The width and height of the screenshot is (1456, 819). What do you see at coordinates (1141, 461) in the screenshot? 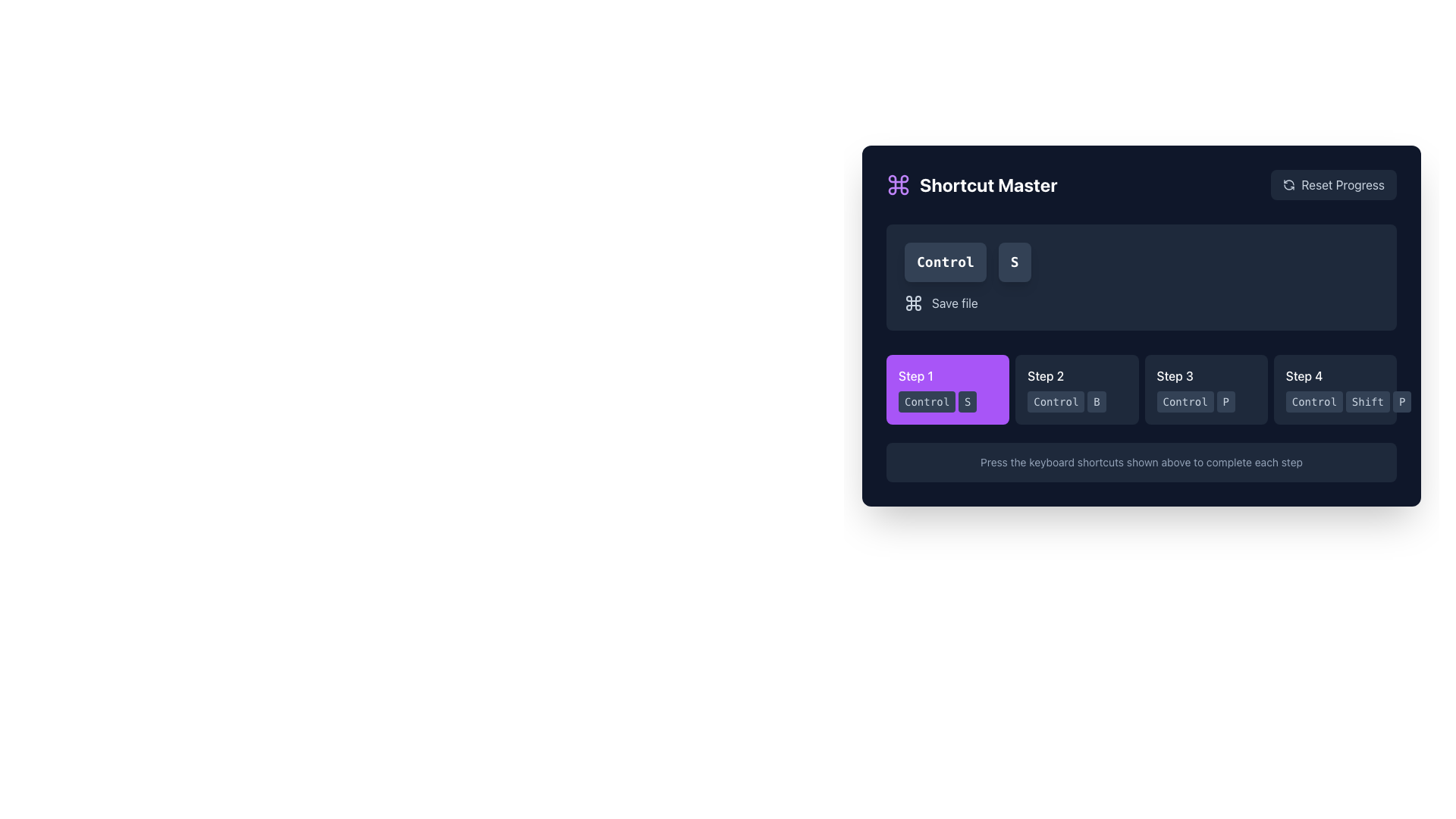
I see `instructions displayed in the text label that says 'Press the keyboard shortcuts shown above to complete each step.'` at bounding box center [1141, 461].